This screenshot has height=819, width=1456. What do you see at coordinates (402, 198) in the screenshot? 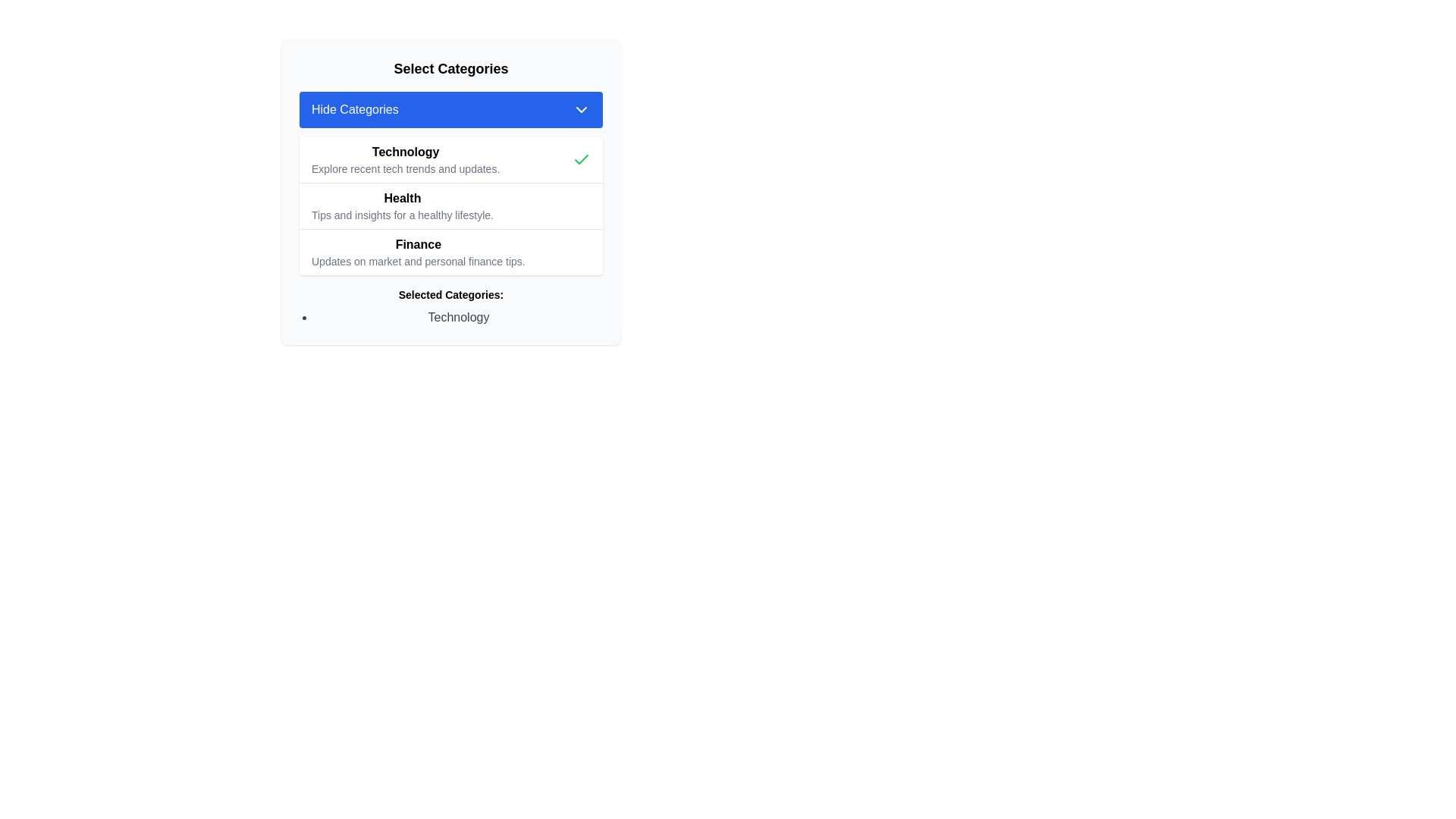
I see `prominently displayed 'Health' text element, which is bolded and larger than surrounding text, located in the 'Select Categories' section between 'Technology' and 'Finance'` at bounding box center [402, 198].